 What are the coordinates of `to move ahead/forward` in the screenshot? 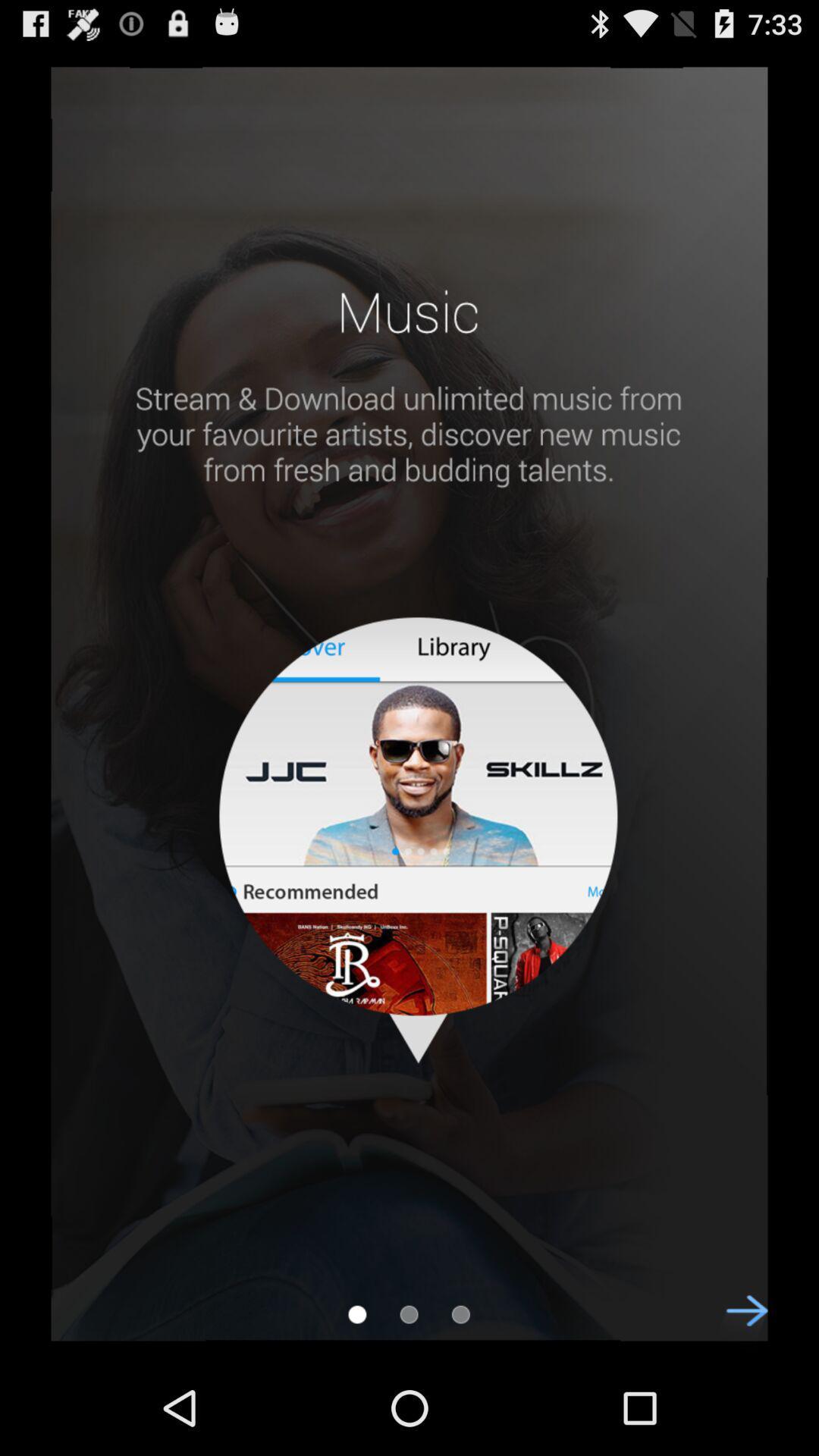 It's located at (738, 1323).